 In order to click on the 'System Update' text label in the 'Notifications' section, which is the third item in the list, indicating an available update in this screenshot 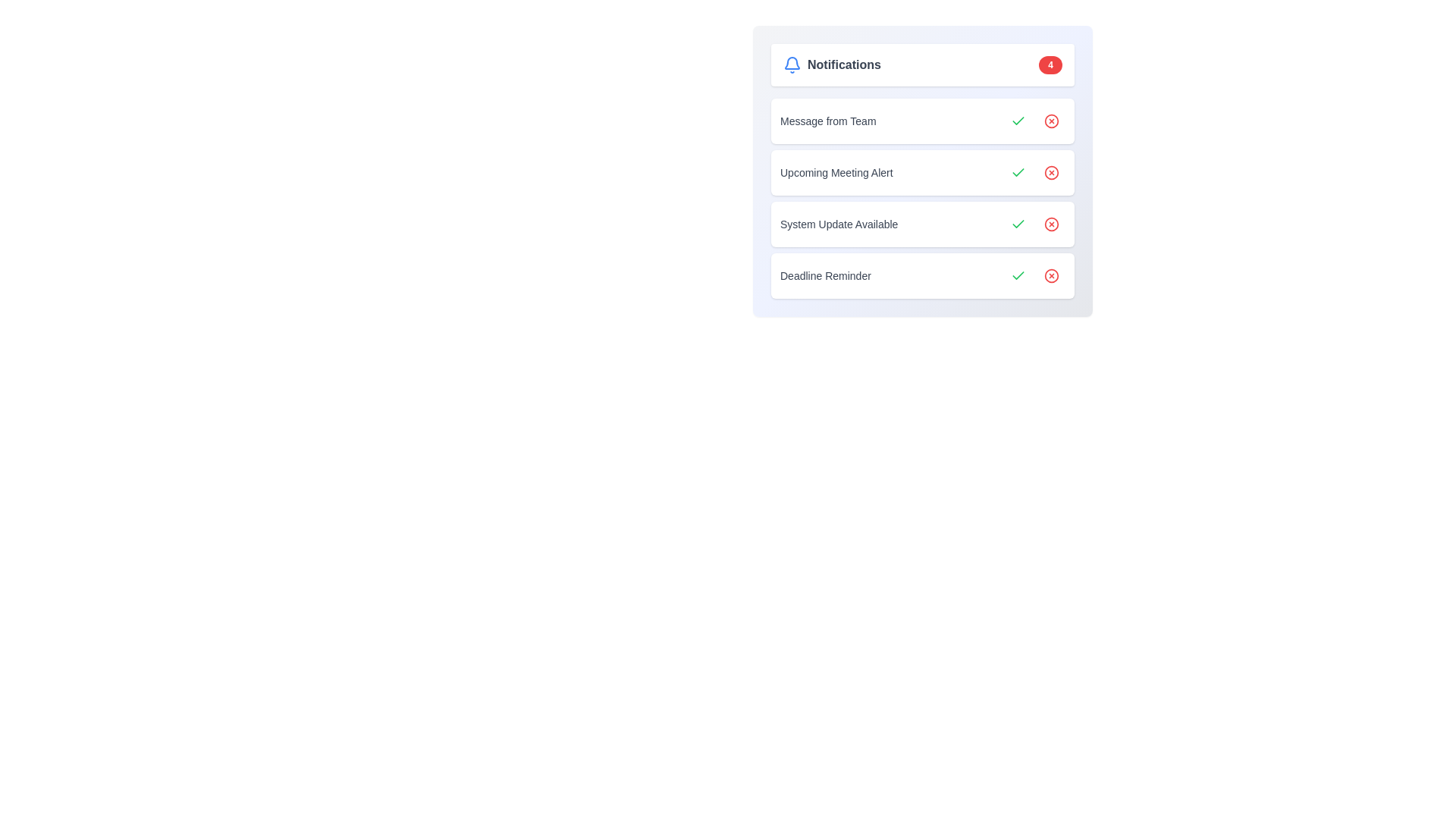, I will do `click(838, 224)`.